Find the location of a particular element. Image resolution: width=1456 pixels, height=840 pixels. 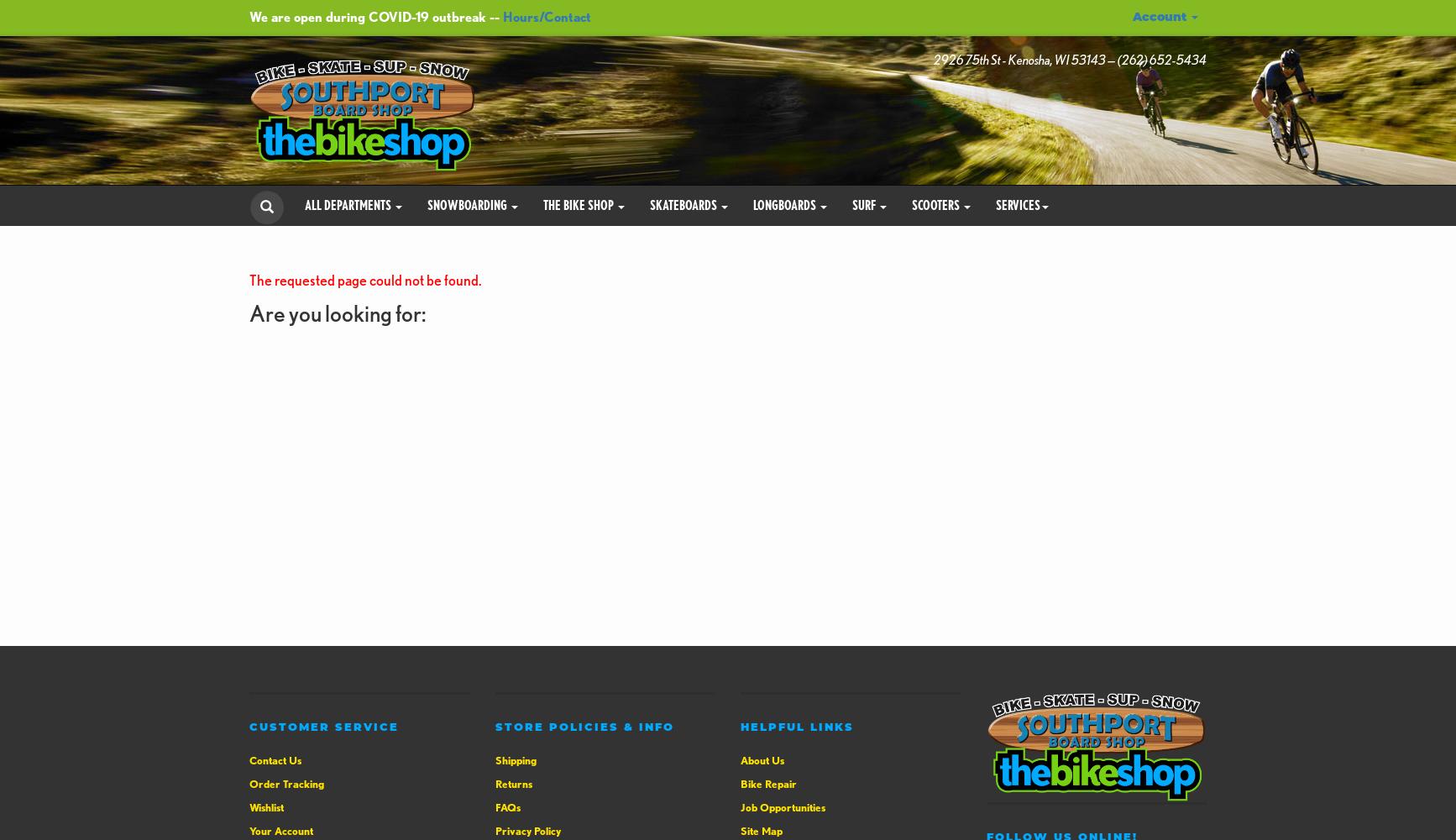

'Hours/Contact' is located at coordinates (546, 17).